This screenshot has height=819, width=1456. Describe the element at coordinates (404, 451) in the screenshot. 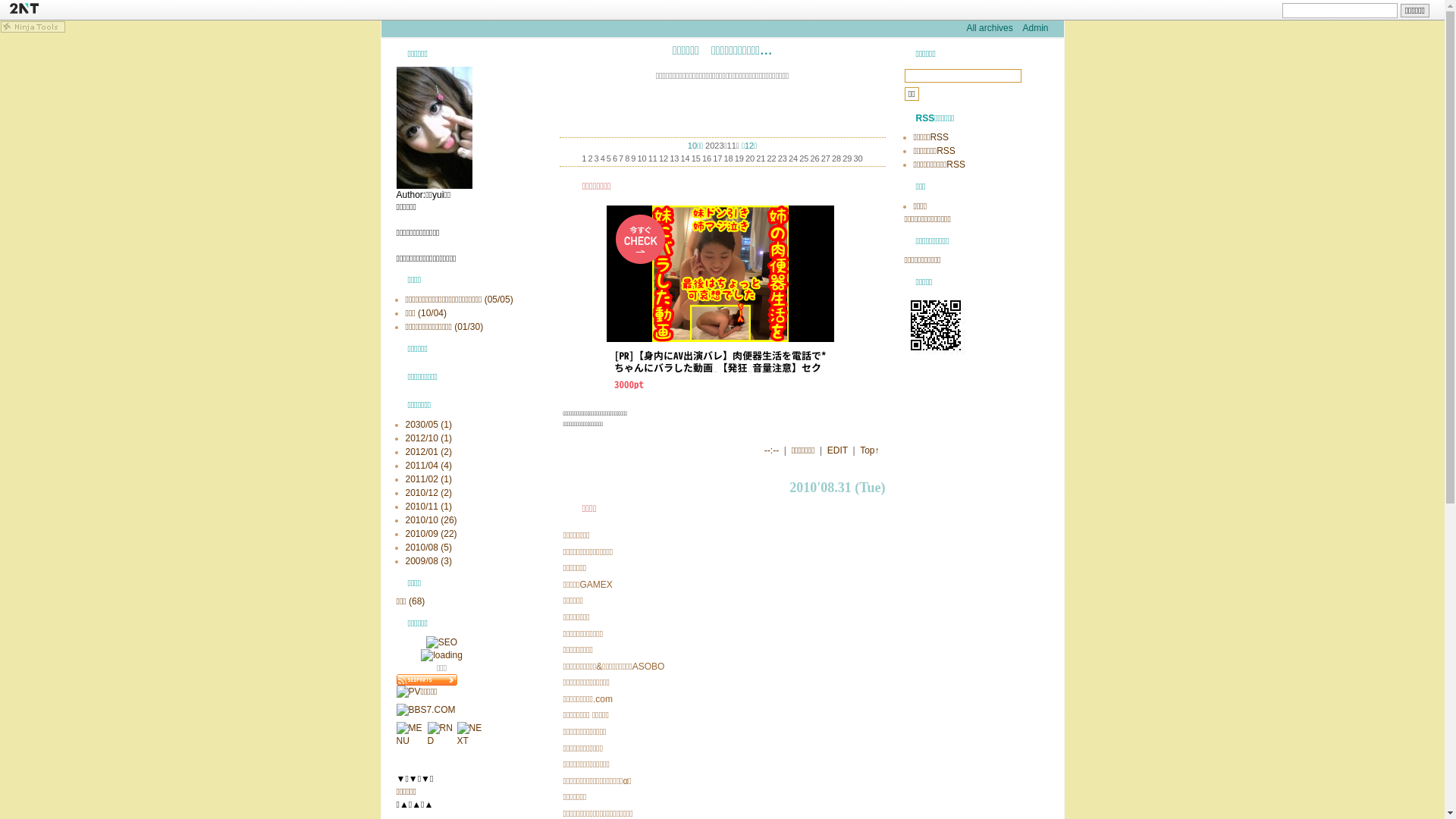

I see `'2012/01 (2)'` at that location.